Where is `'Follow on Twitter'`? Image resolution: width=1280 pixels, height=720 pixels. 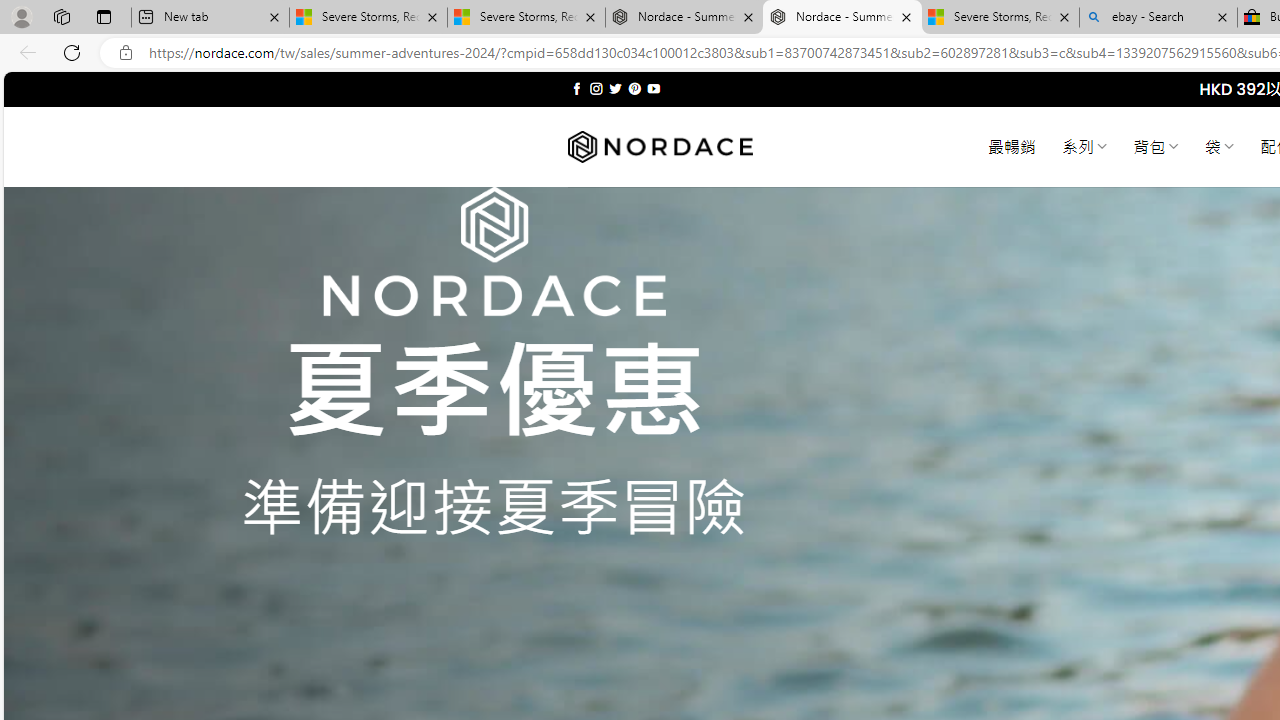 'Follow on Twitter' is located at coordinates (614, 88).